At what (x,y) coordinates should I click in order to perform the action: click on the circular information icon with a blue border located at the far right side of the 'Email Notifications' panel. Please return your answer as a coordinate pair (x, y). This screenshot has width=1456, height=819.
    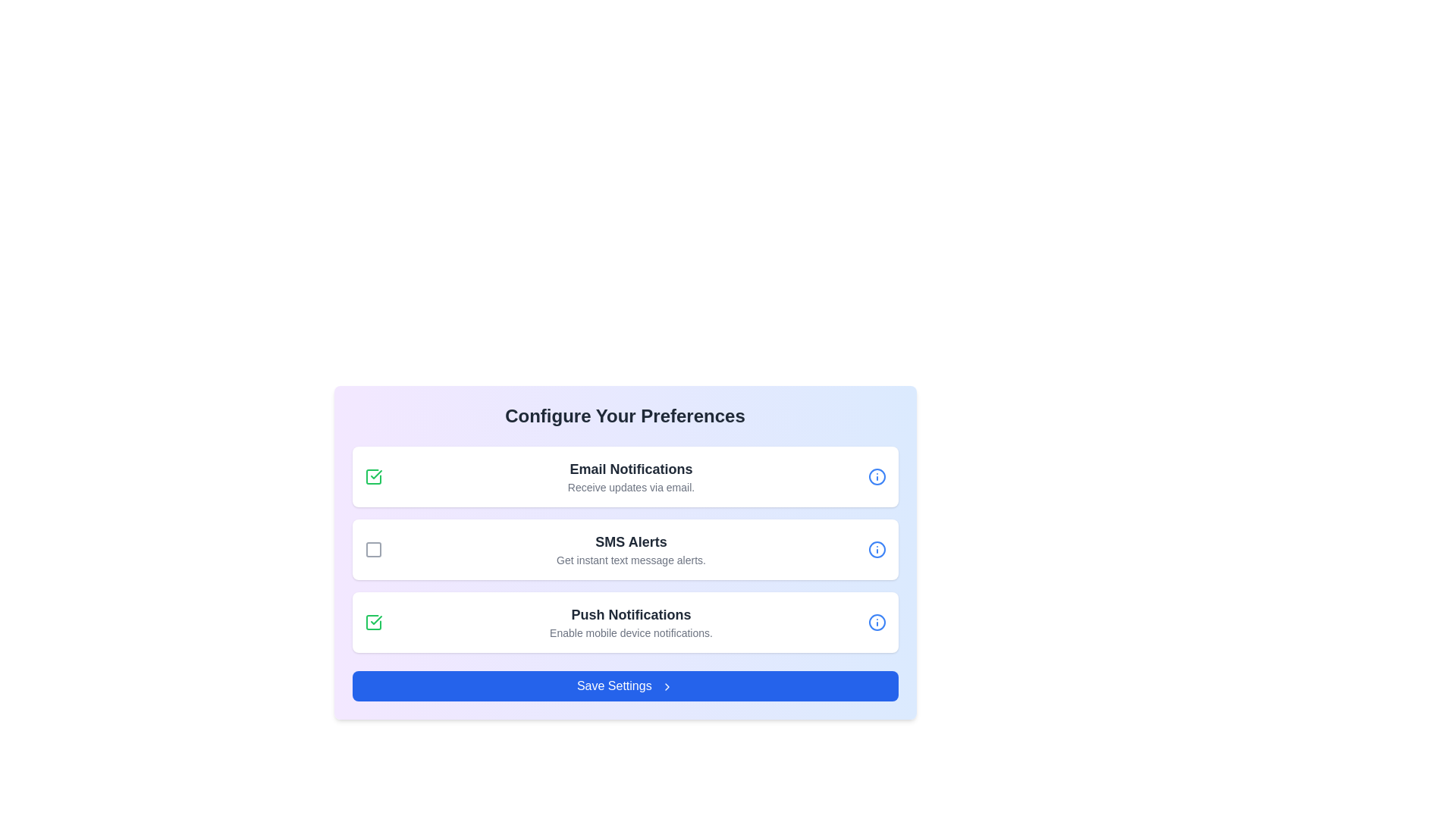
    Looking at the image, I should click on (877, 475).